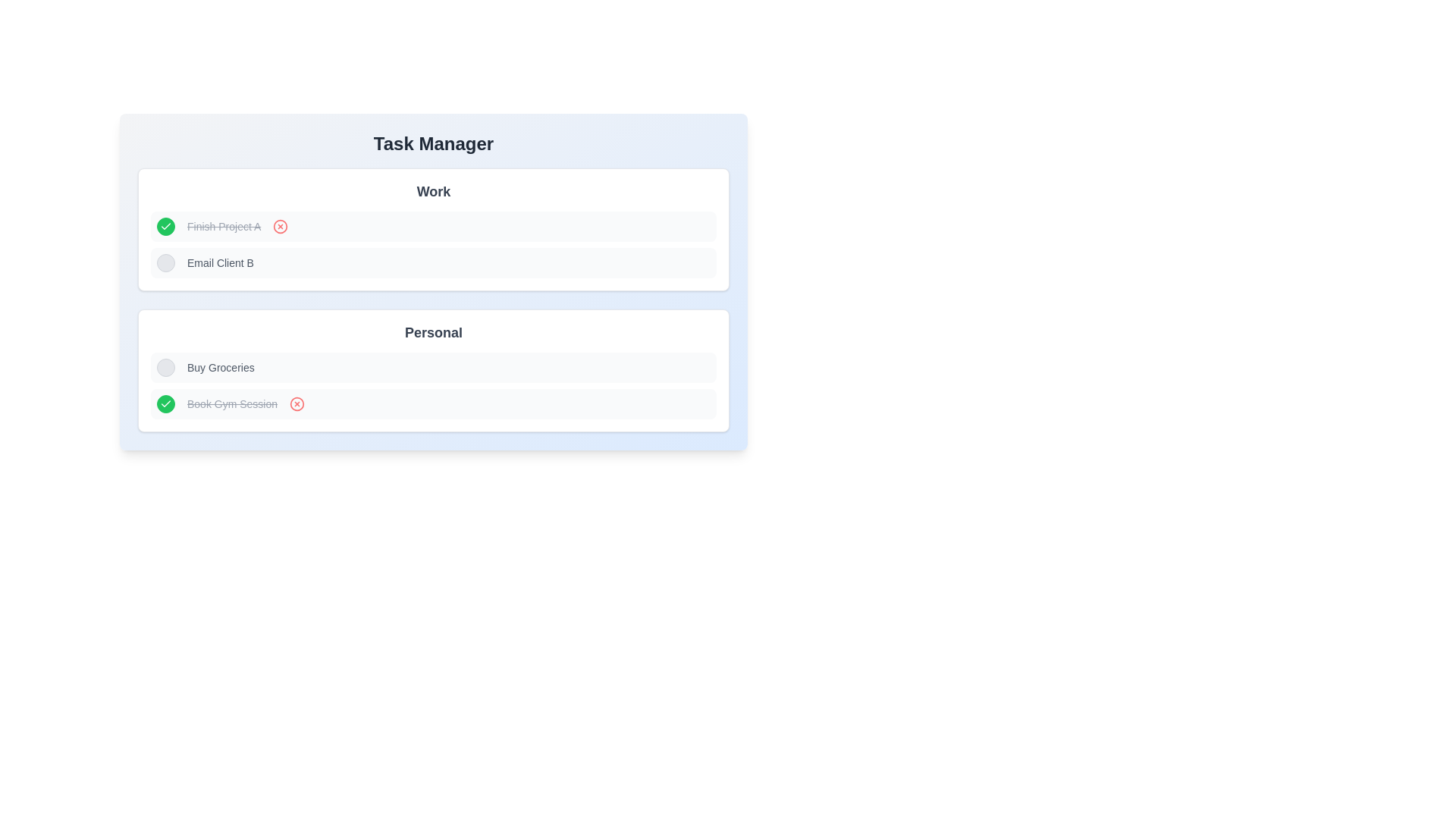 The width and height of the screenshot is (1456, 819). I want to click on the circular green icon with a white check mark located next to the struck-through text 'Book Gym Session' in the 'Personal' section, so click(166, 403).